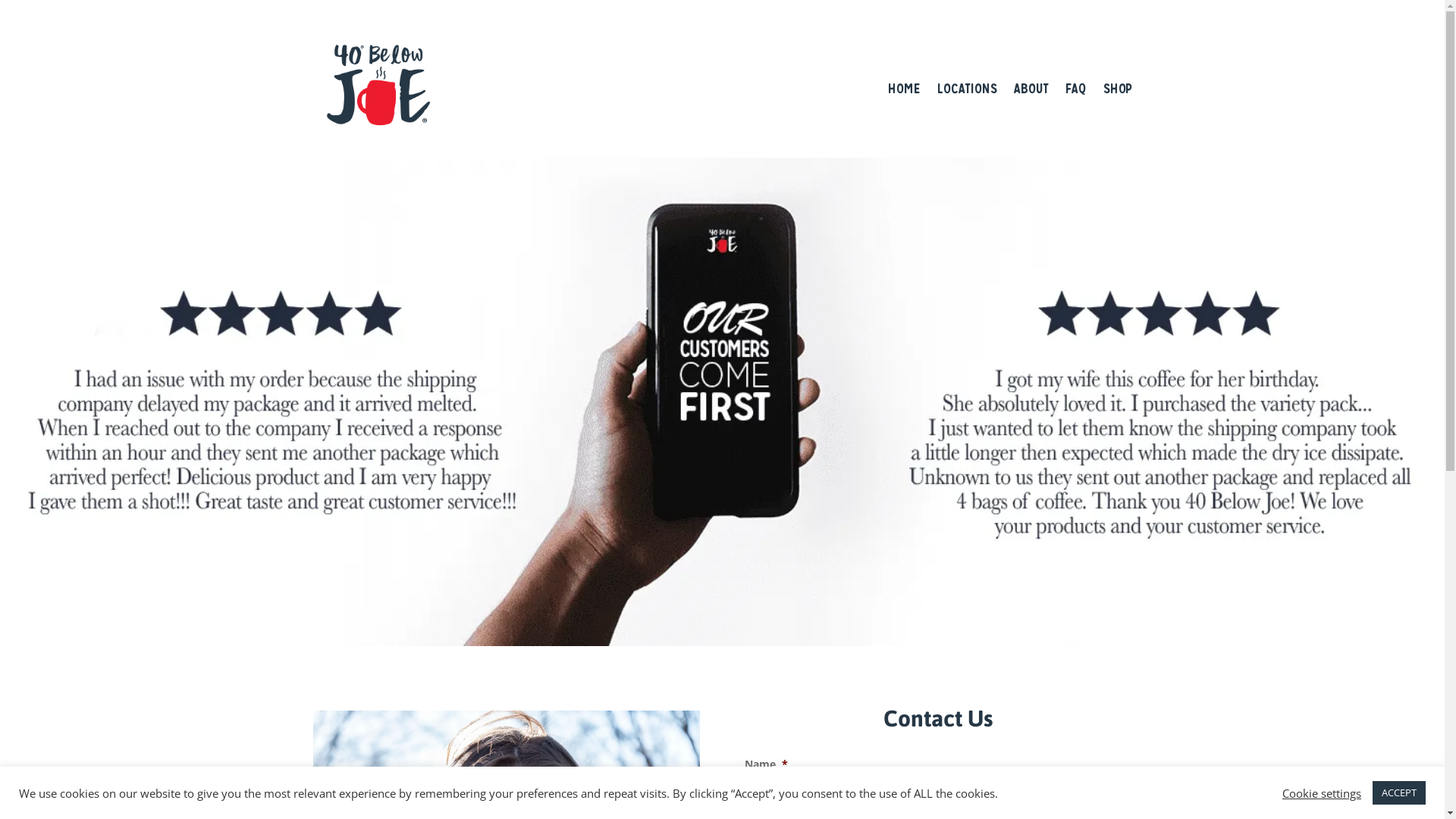  I want to click on 'Cookie settings', so click(1320, 792).